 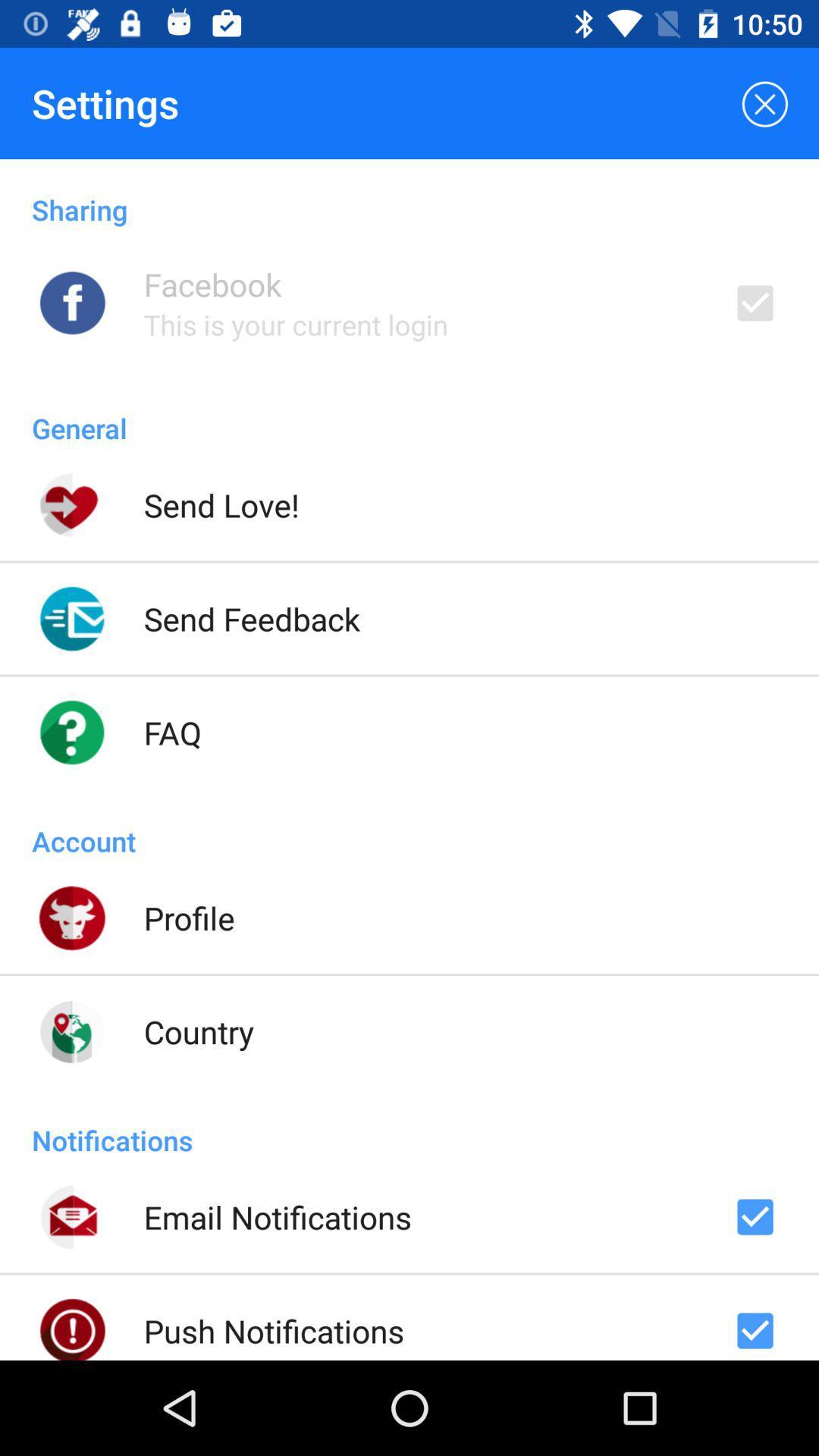 What do you see at coordinates (188, 917) in the screenshot?
I see `the profile item` at bounding box center [188, 917].